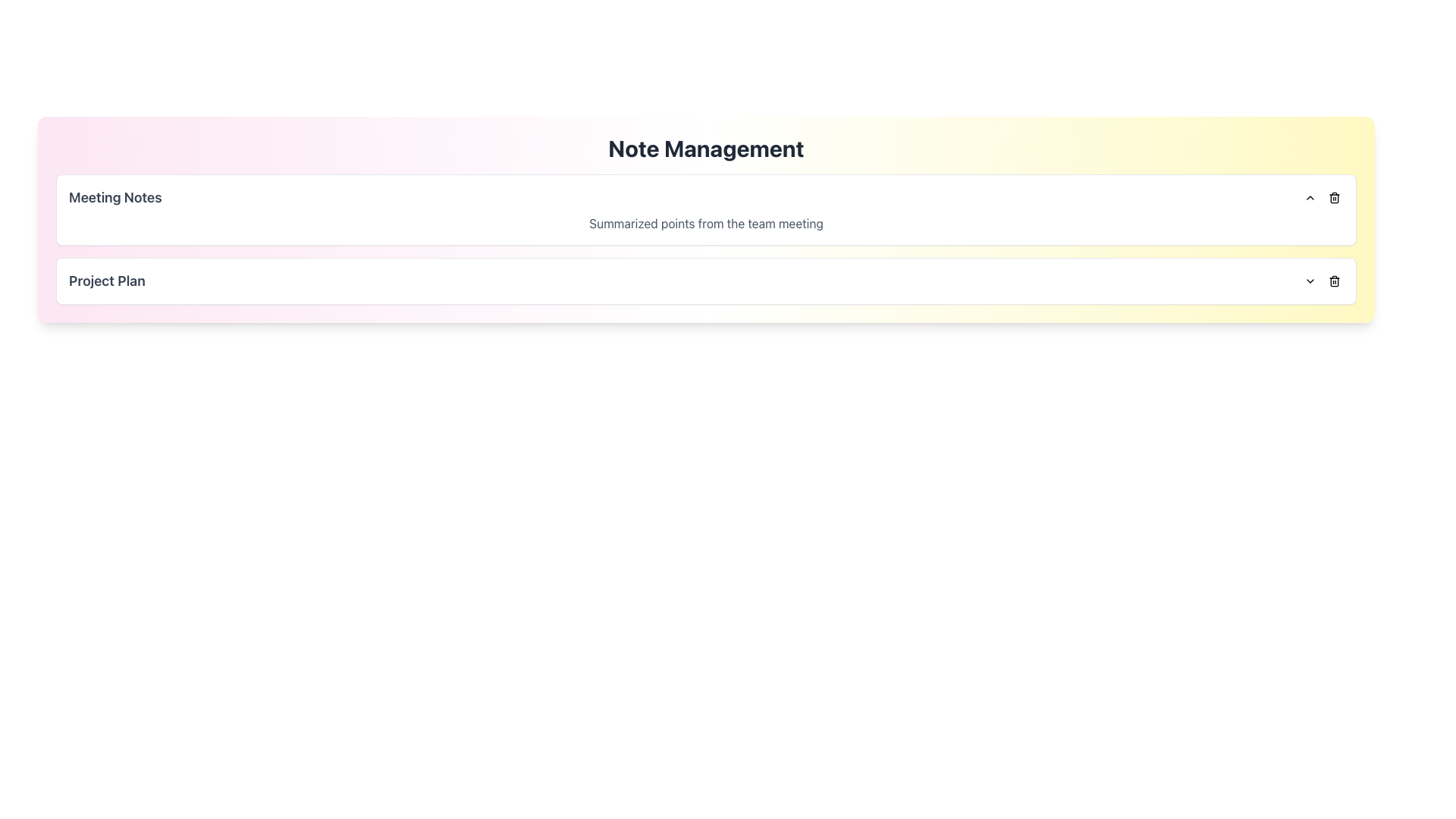  What do you see at coordinates (1310, 281) in the screenshot?
I see `the downward pointing chevron button` at bounding box center [1310, 281].